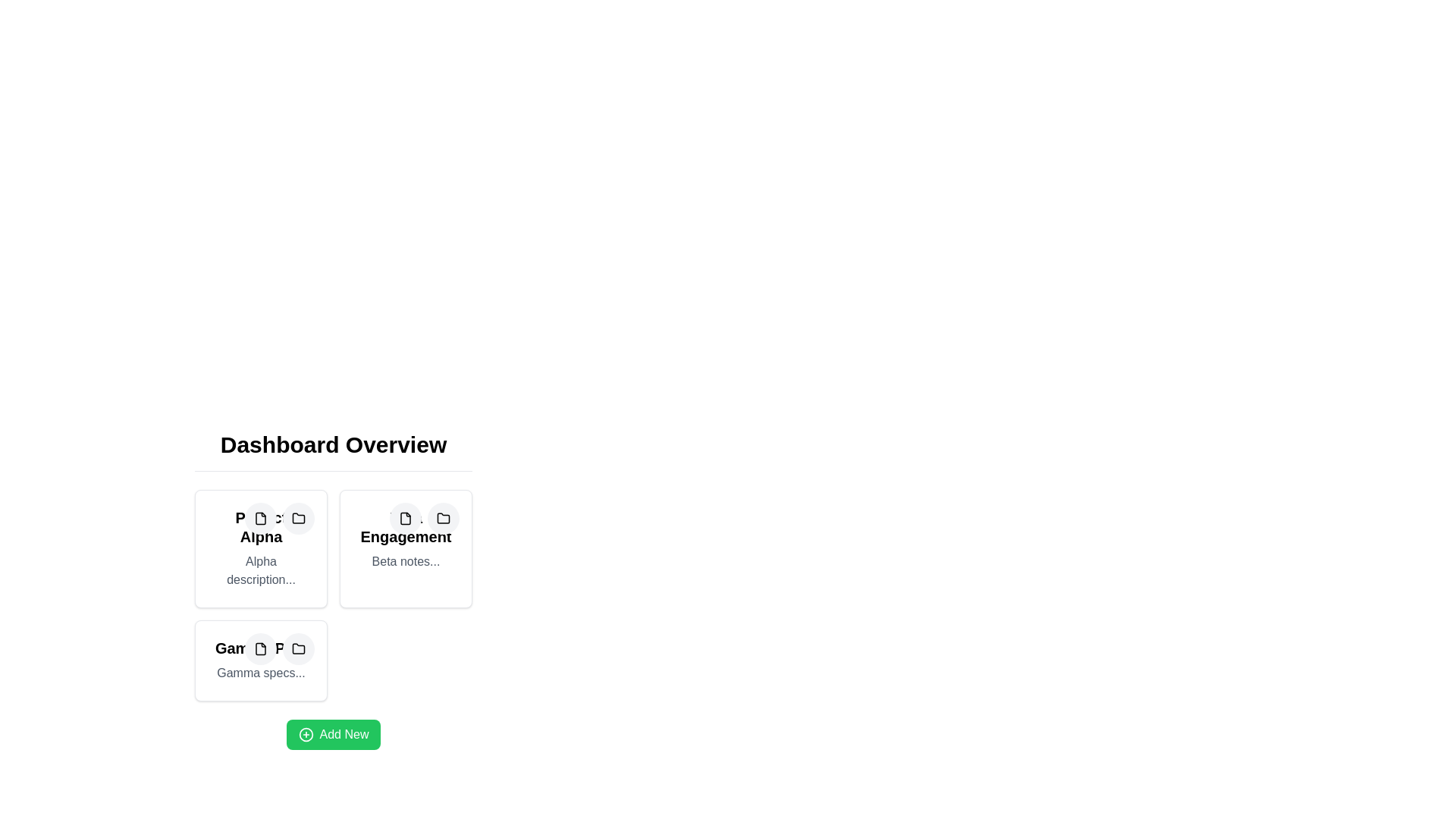  I want to click on the green button labeled 'Add New' with a plus icon, so click(333, 733).